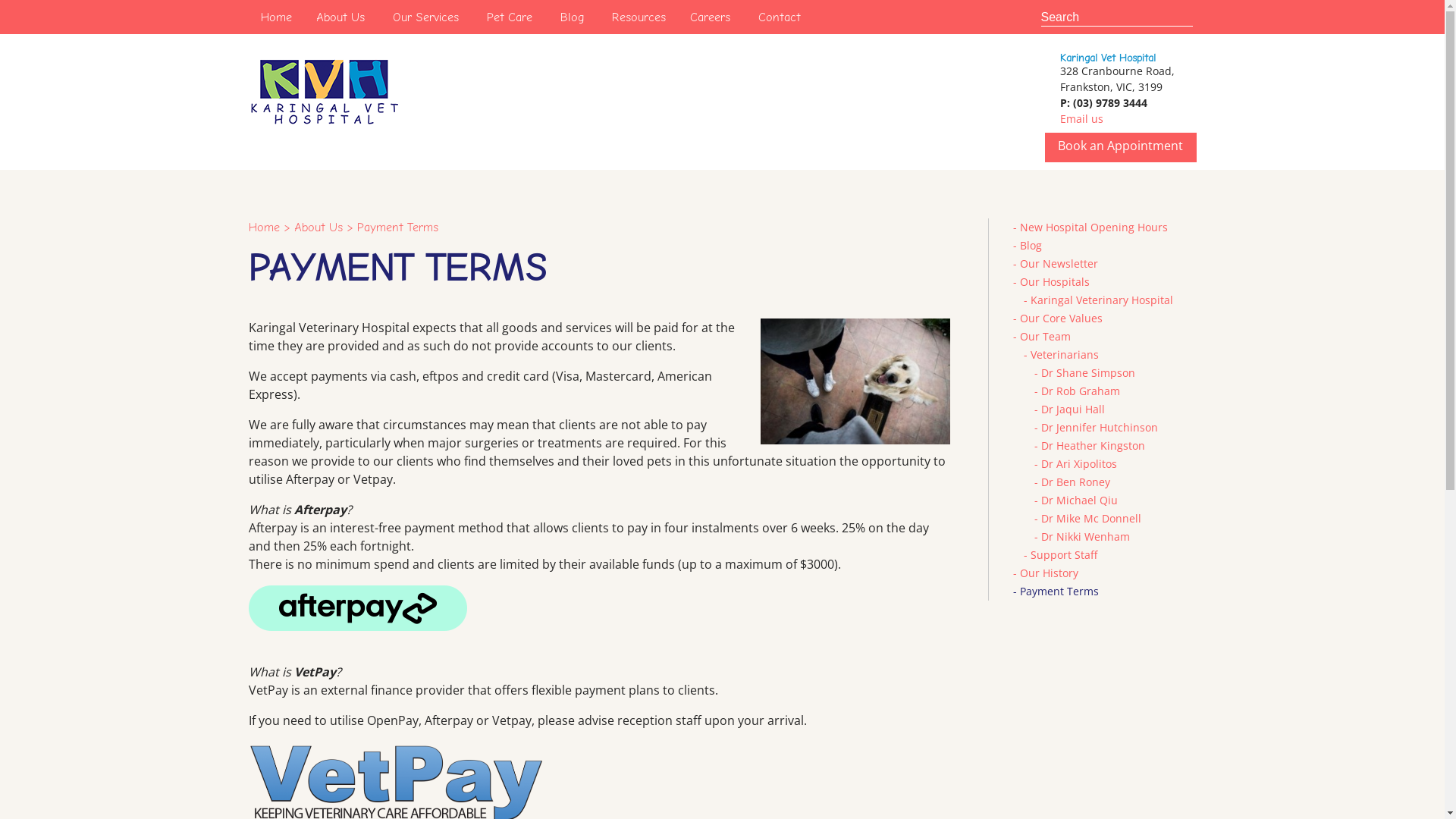  I want to click on 'Our History', so click(1019, 573).